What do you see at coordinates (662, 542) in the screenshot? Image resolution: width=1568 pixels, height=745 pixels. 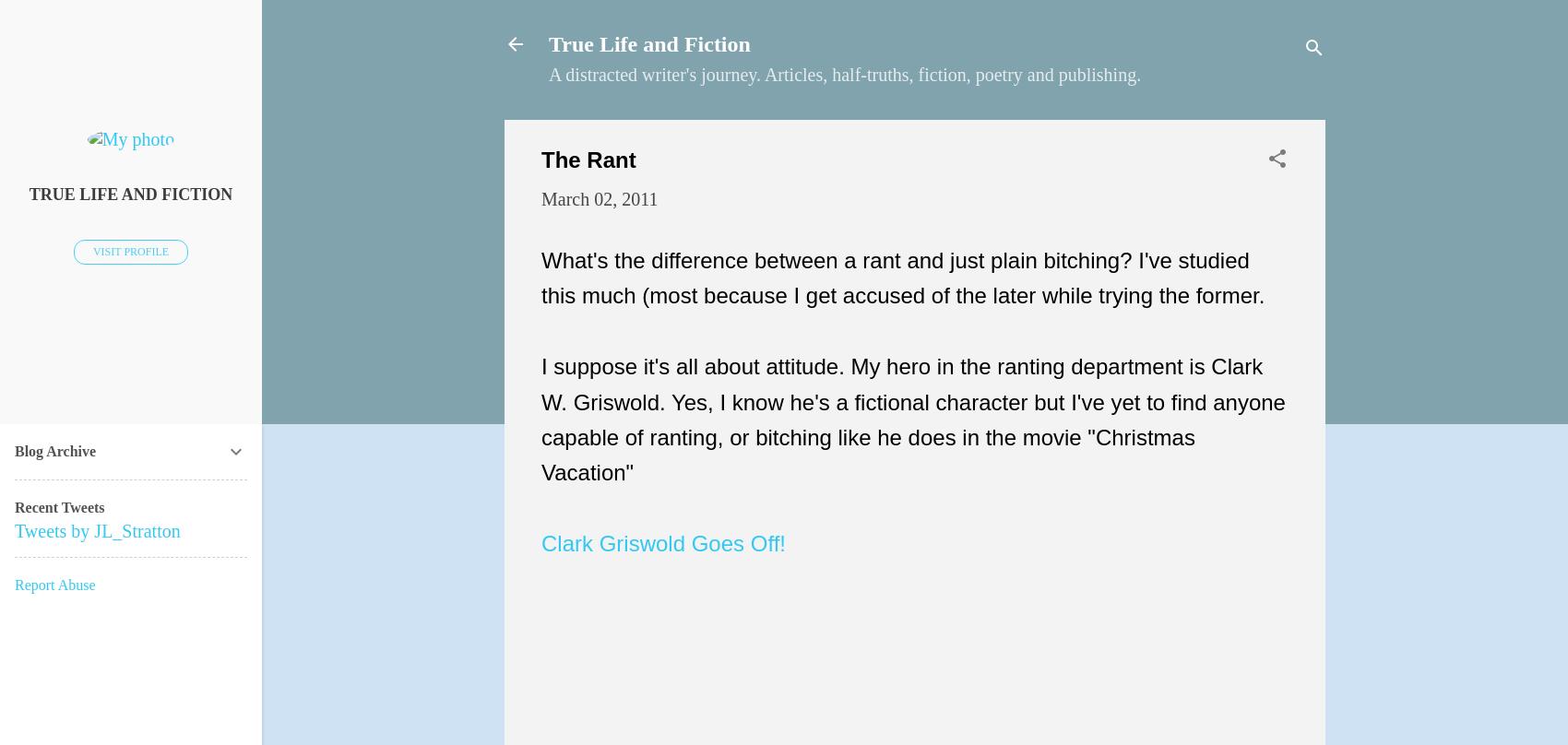 I see `'Clark Griswold Goes Off!'` at bounding box center [662, 542].